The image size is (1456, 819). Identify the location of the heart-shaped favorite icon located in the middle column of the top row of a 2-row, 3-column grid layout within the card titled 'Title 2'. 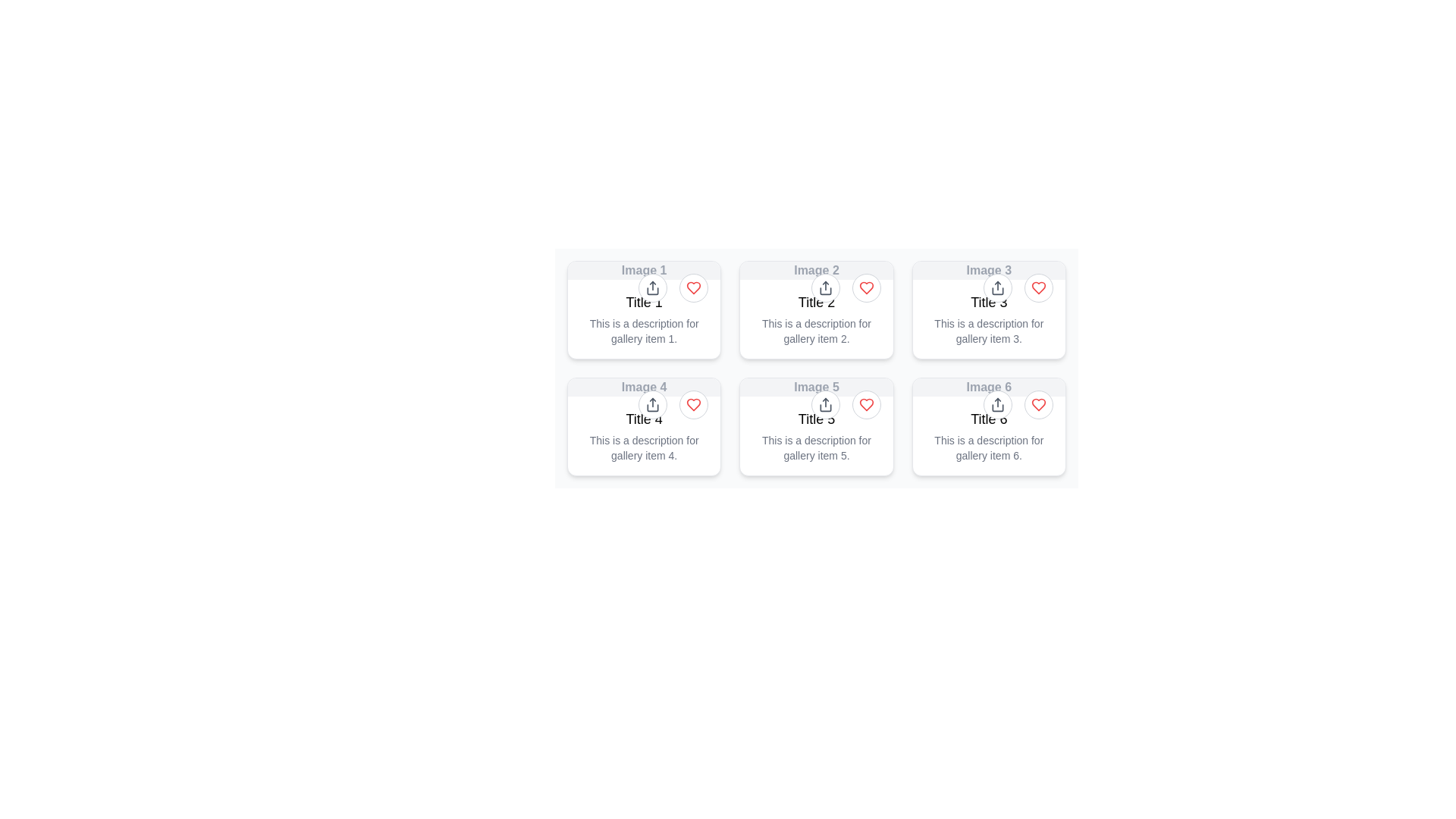
(866, 288).